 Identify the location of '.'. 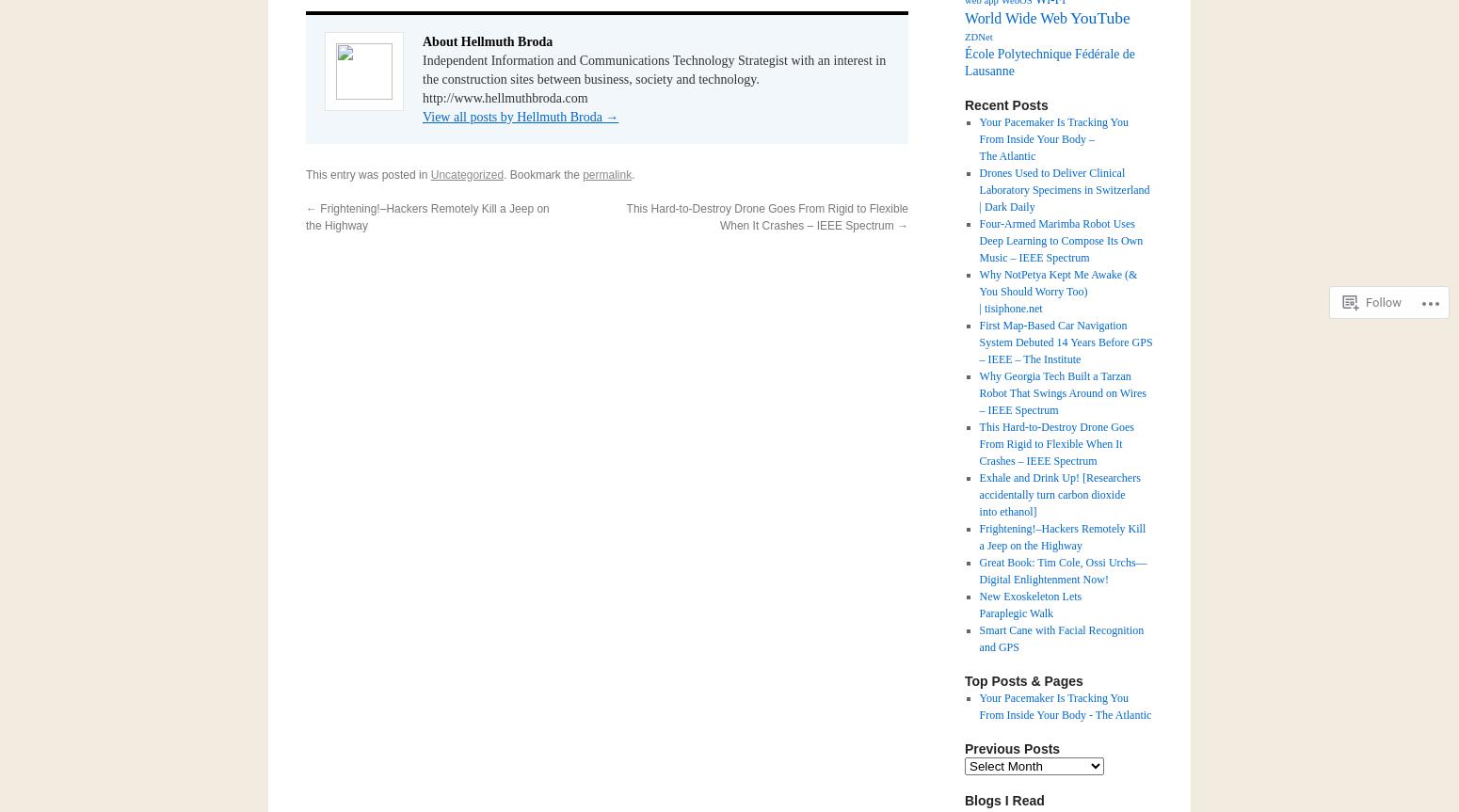
(632, 174).